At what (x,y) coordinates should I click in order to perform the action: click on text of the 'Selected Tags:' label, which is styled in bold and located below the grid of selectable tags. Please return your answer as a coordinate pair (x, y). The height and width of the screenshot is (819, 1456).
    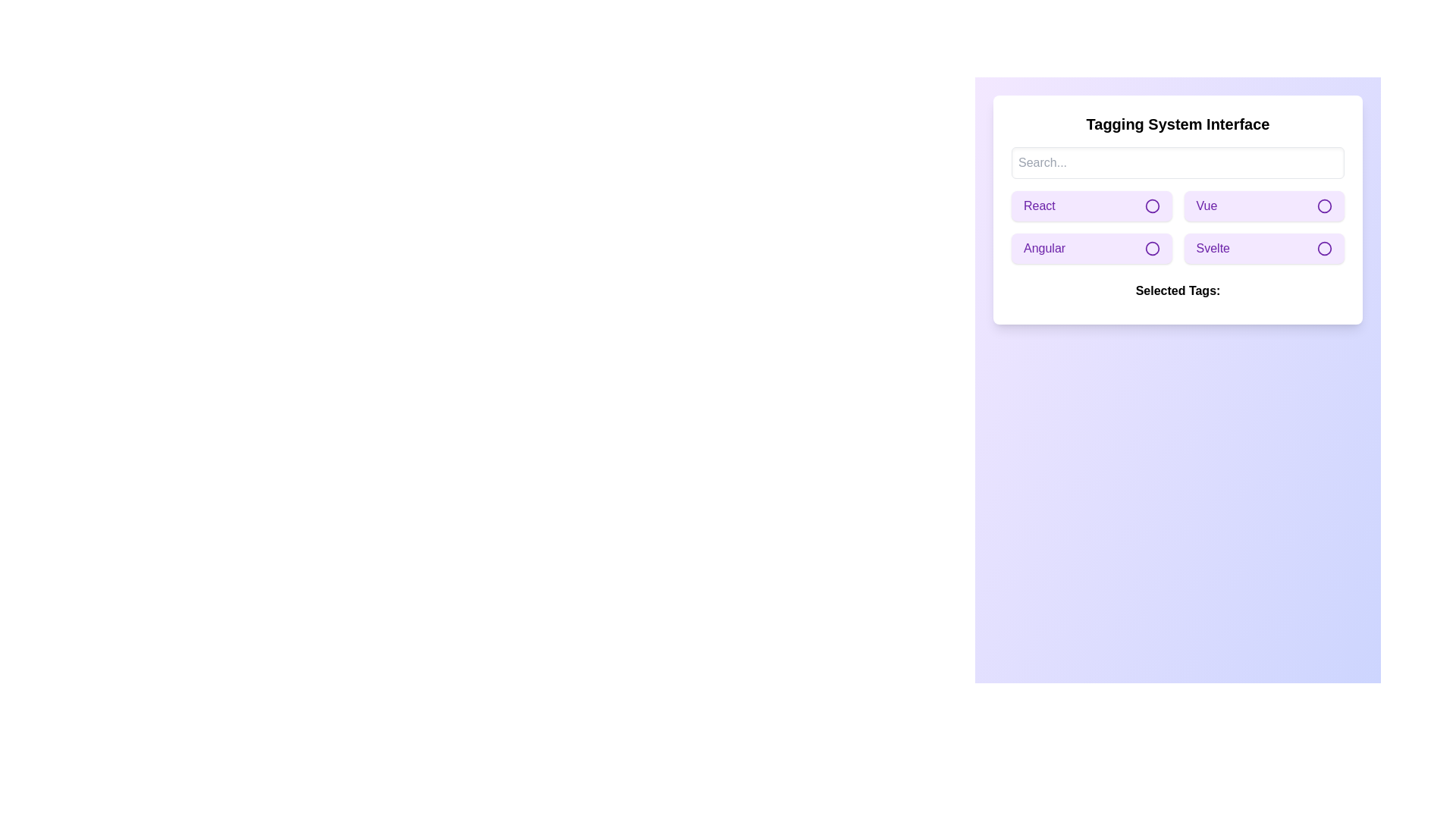
    Looking at the image, I should click on (1177, 291).